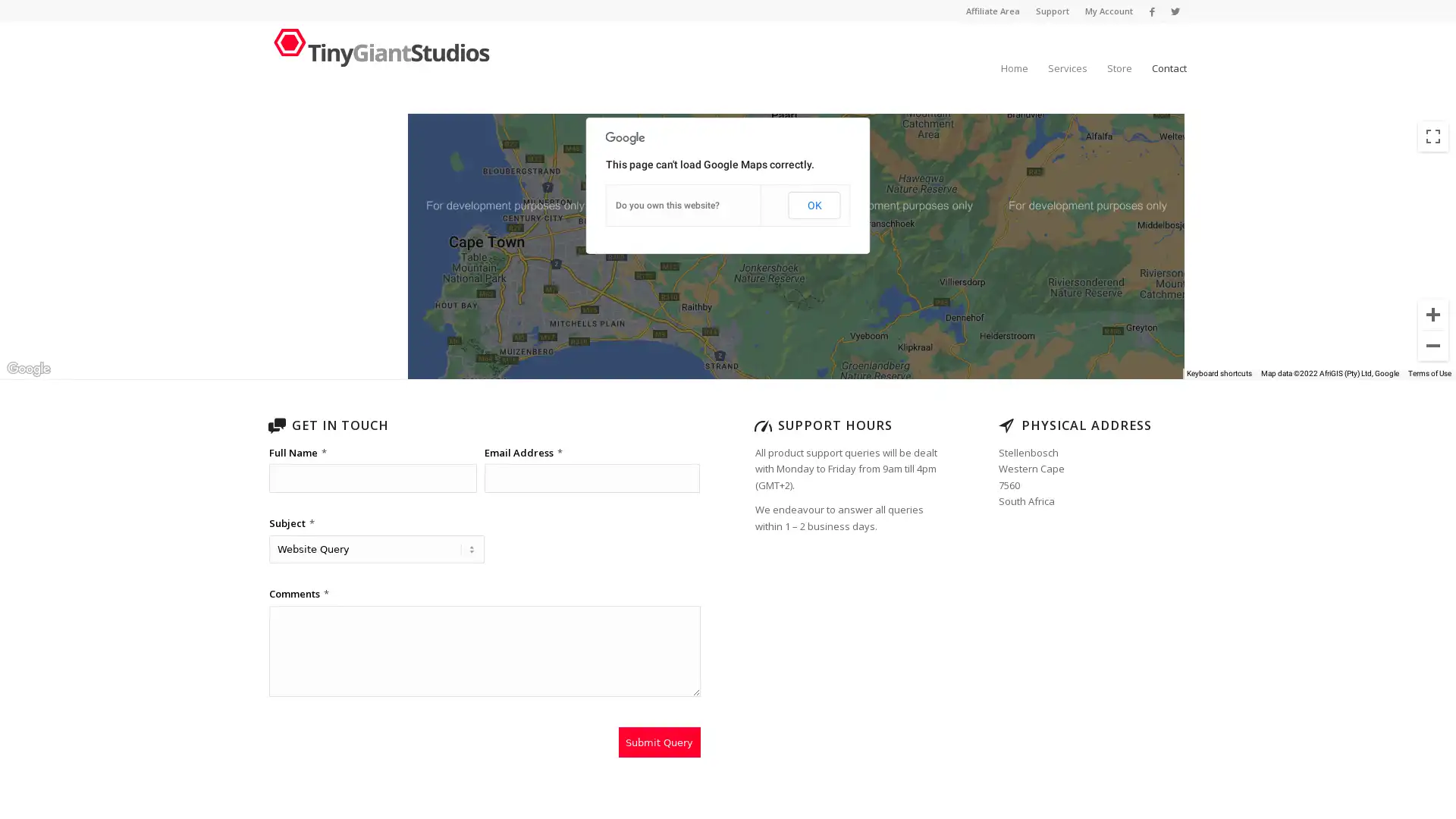 This screenshot has width=1456, height=819. I want to click on OK, so click(813, 205).